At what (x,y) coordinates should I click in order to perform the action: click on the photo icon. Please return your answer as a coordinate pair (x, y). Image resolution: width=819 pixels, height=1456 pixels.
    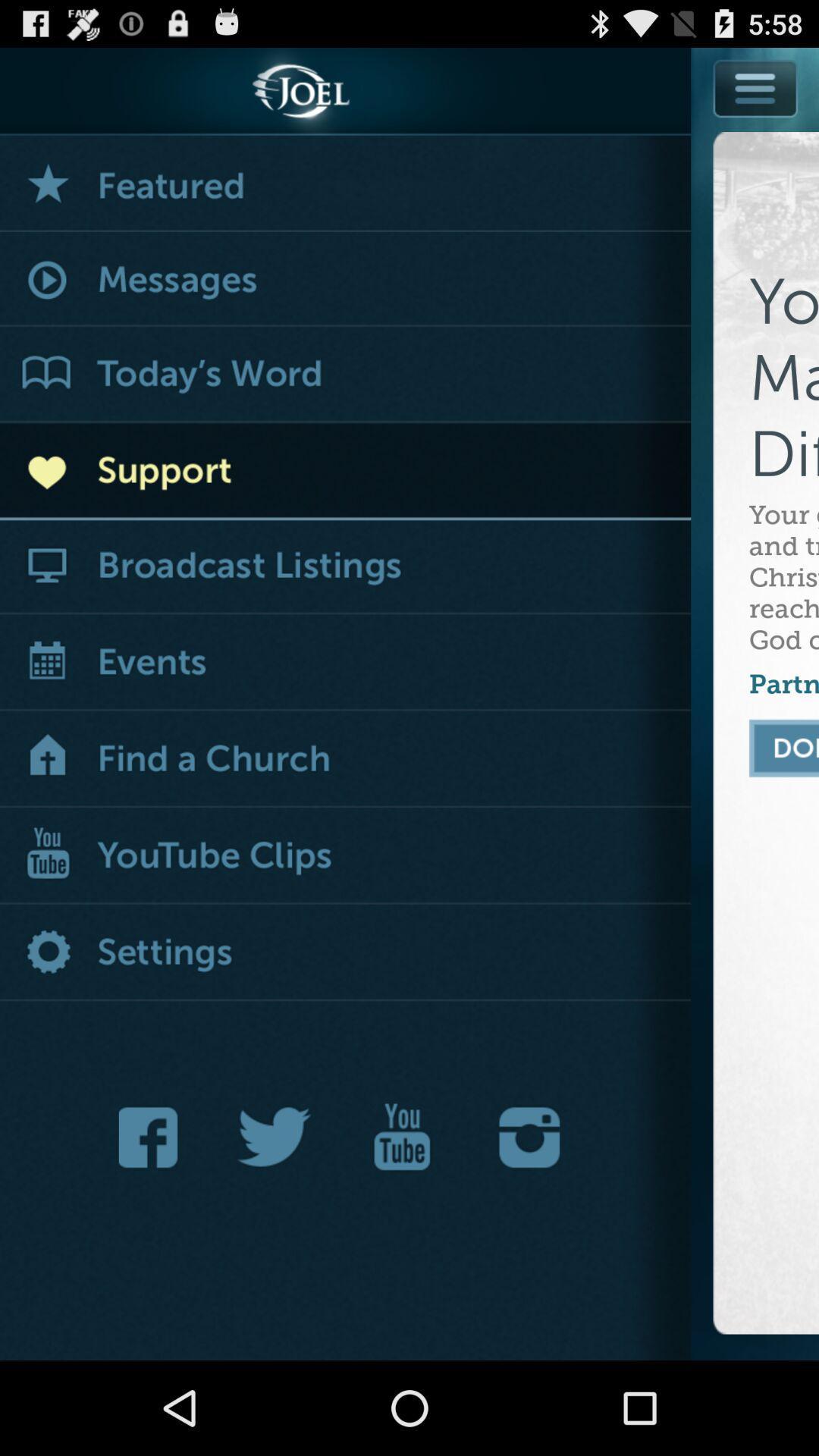
    Looking at the image, I should click on (529, 1217).